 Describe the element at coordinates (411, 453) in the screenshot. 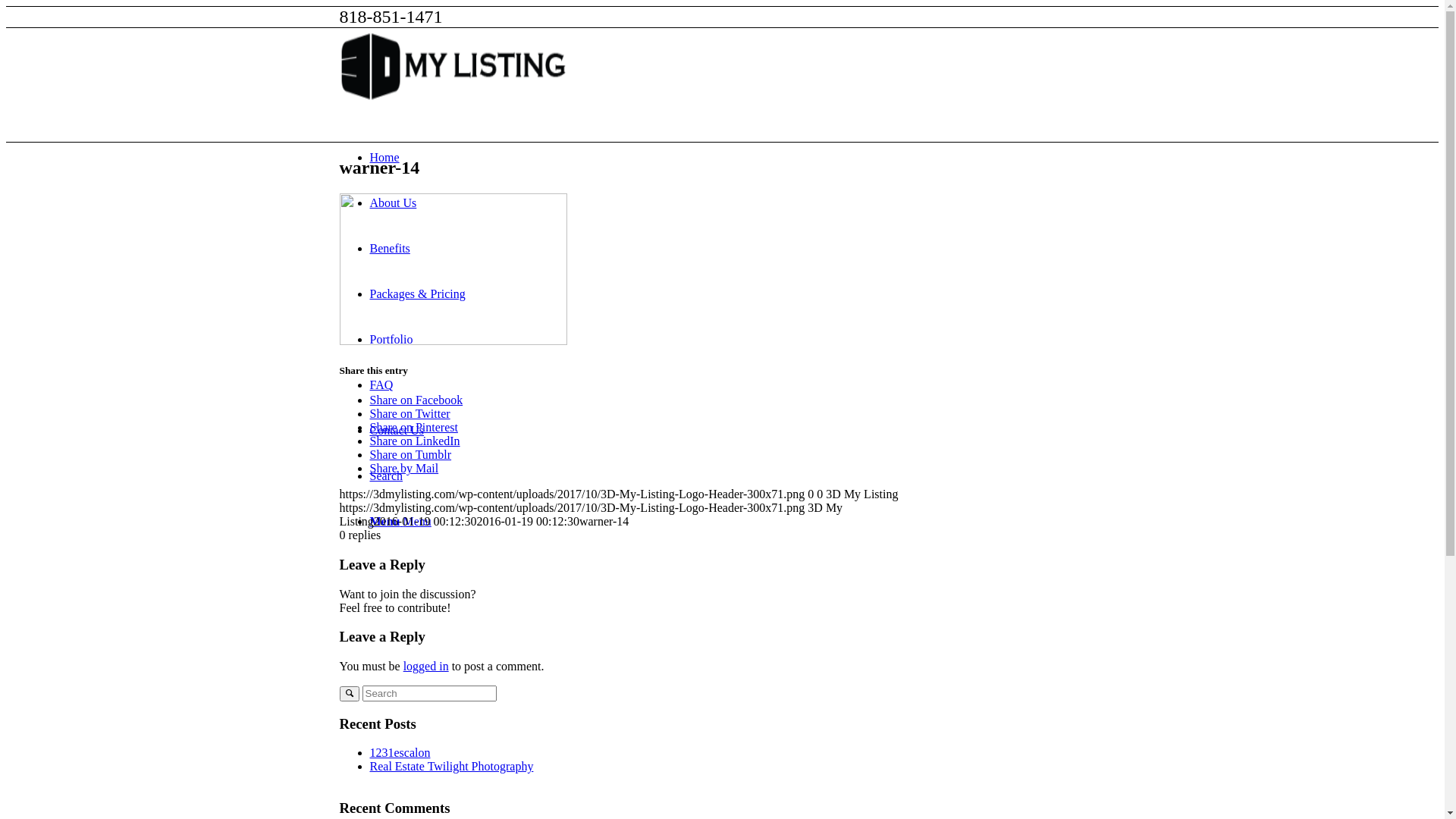

I see `'Share on Tumblr'` at that location.